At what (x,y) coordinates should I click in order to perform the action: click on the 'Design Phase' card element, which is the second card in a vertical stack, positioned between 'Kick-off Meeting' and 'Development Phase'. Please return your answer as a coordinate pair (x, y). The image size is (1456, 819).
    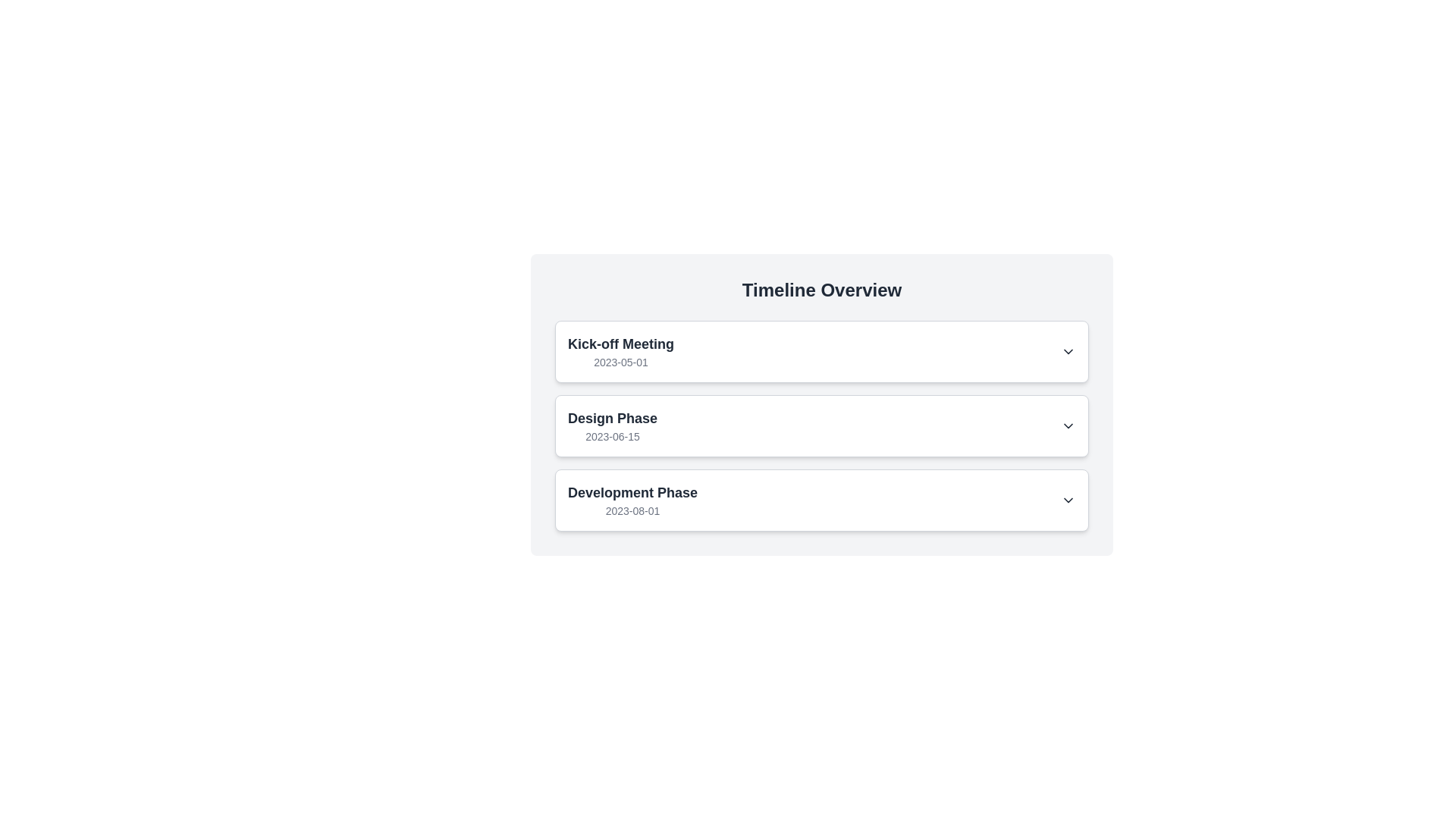
    Looking at the image, I should click on (821, 426).